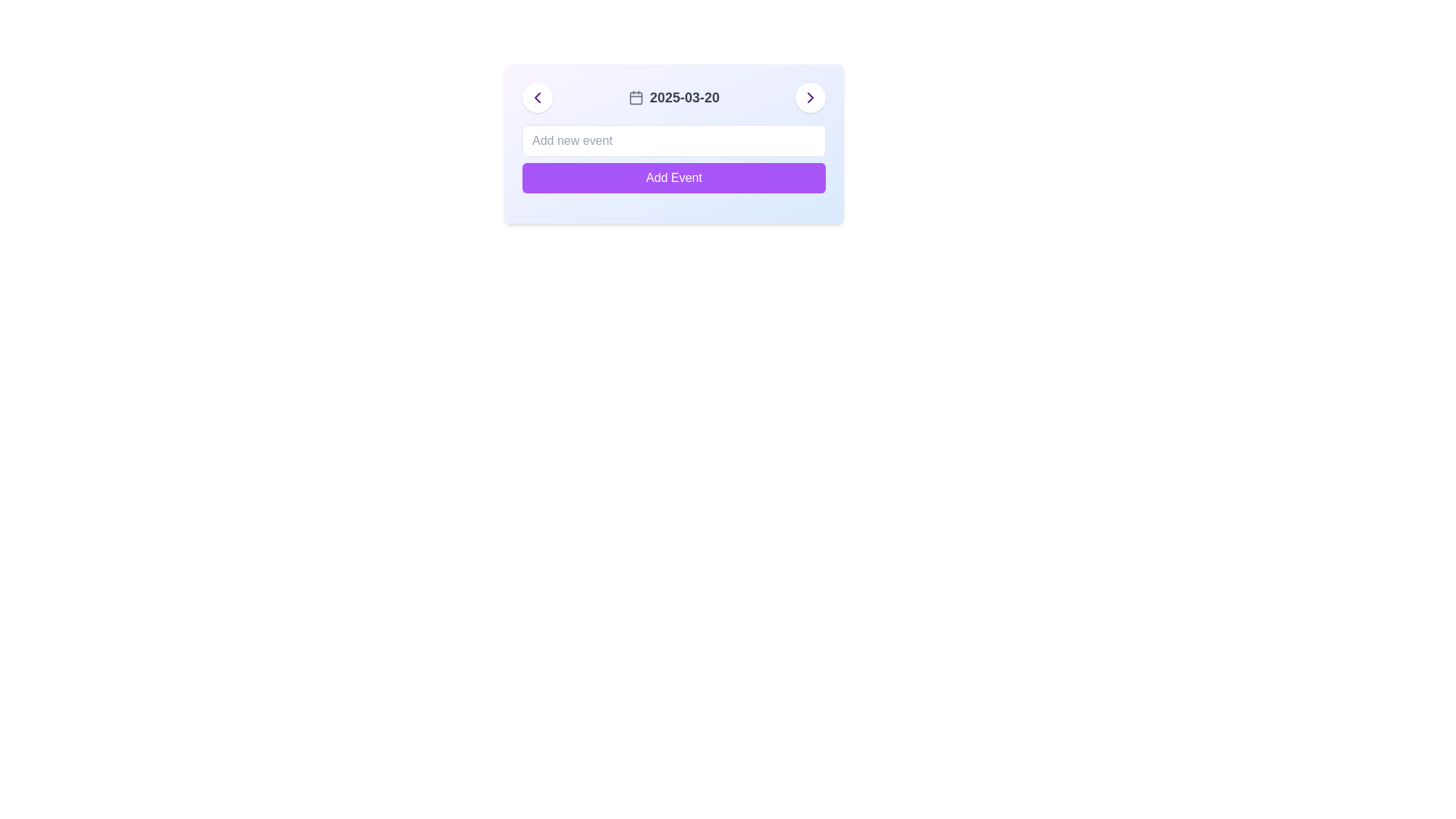  Describe the element at coordinates (673, 177) in the screenshot. I see `the 'Confirm' button located at the bottom of the event creation section` at that location.